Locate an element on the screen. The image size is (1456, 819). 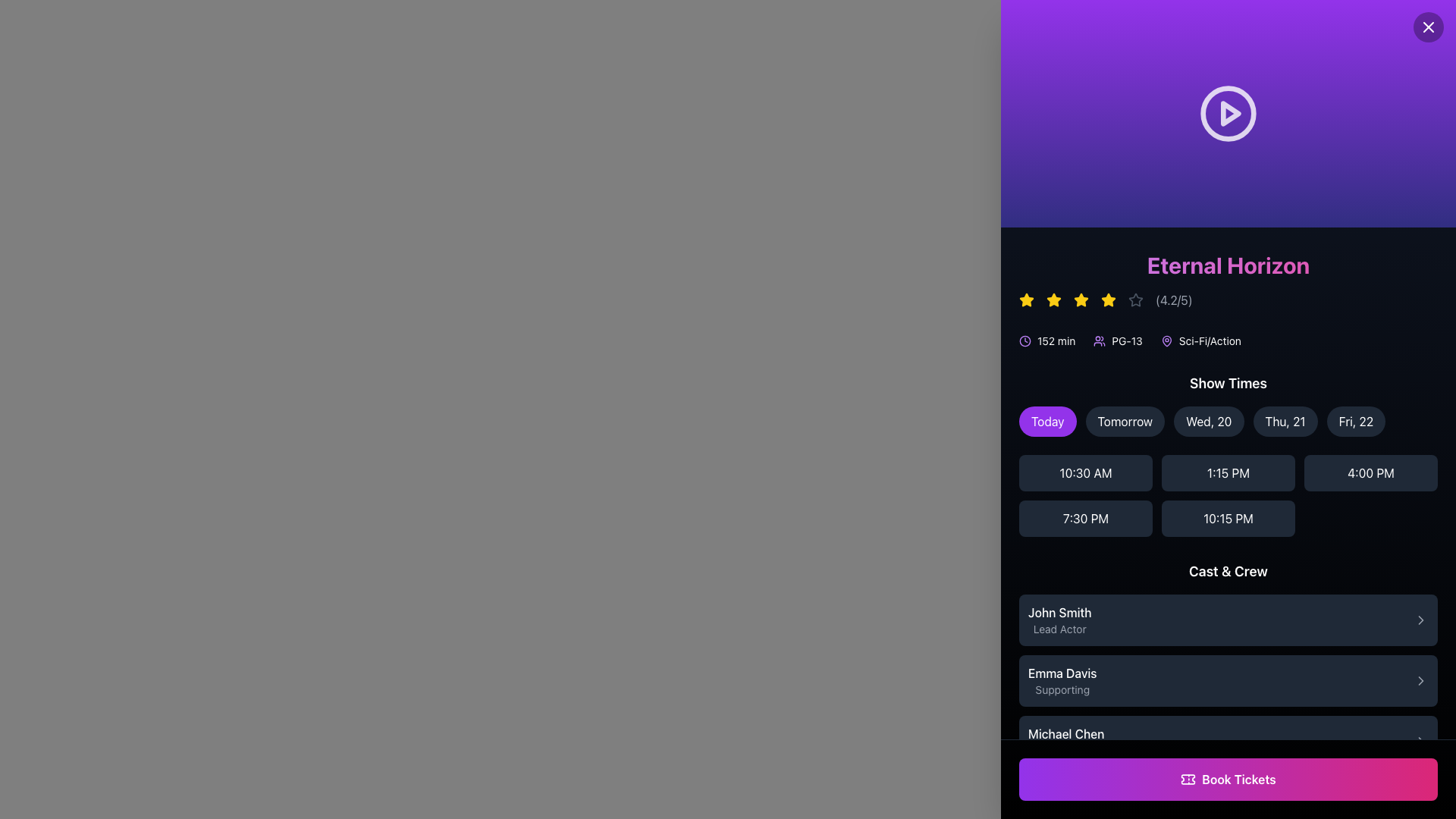
the SVG Icon located at the far right side of the box containing the text 'Emma Davis' and 'Supporting' is located at coordinates (1420, 680).